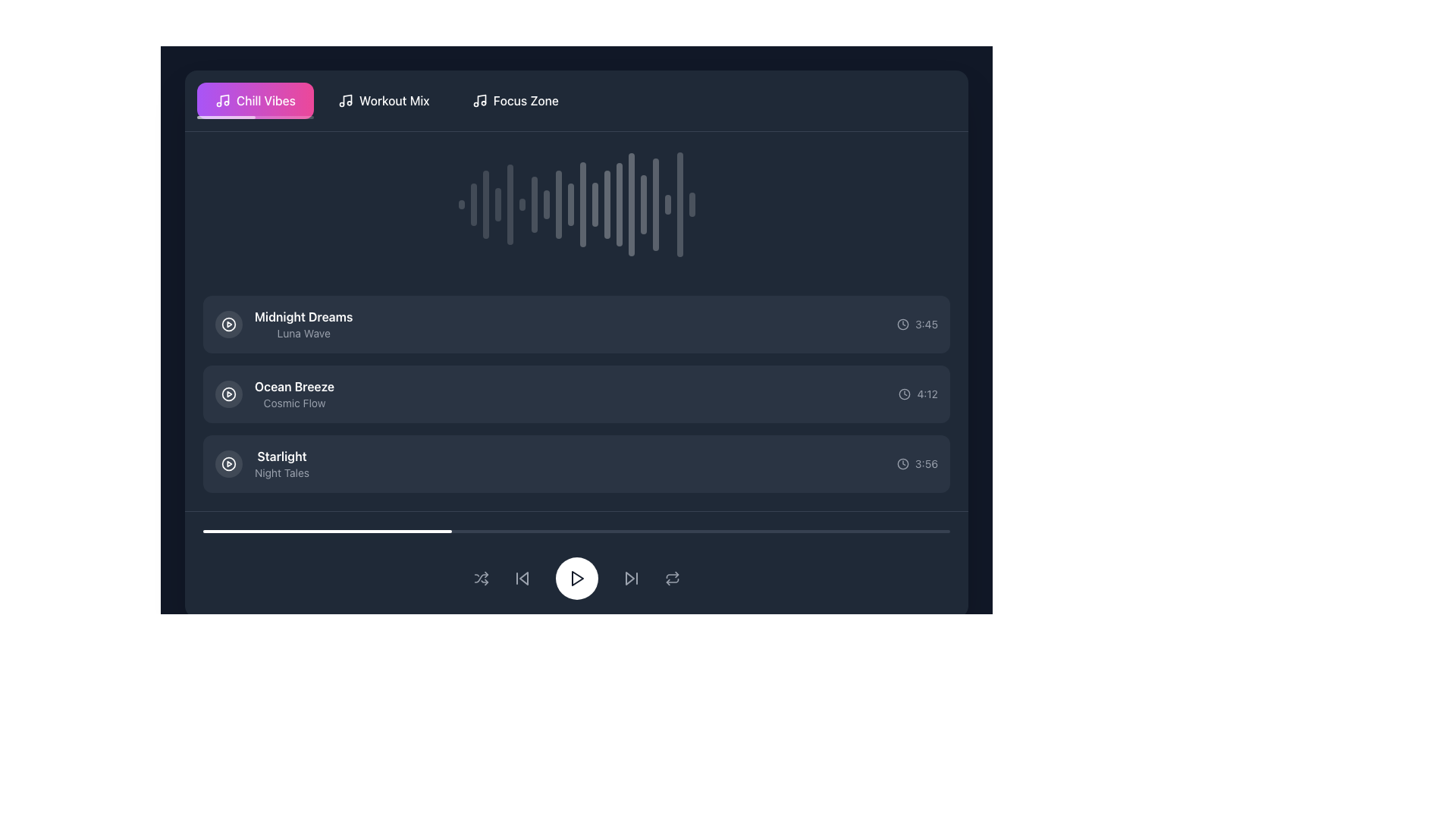 Image resolution: width=1456 pixels, height=819 pixels. What do you see at coordinates (485, 205) in the screenshot?
I see `the animation of the third vertical Waveform bar, which is part of a visual audio playback display under the navigation tabs` at bounding box center [485, 205].